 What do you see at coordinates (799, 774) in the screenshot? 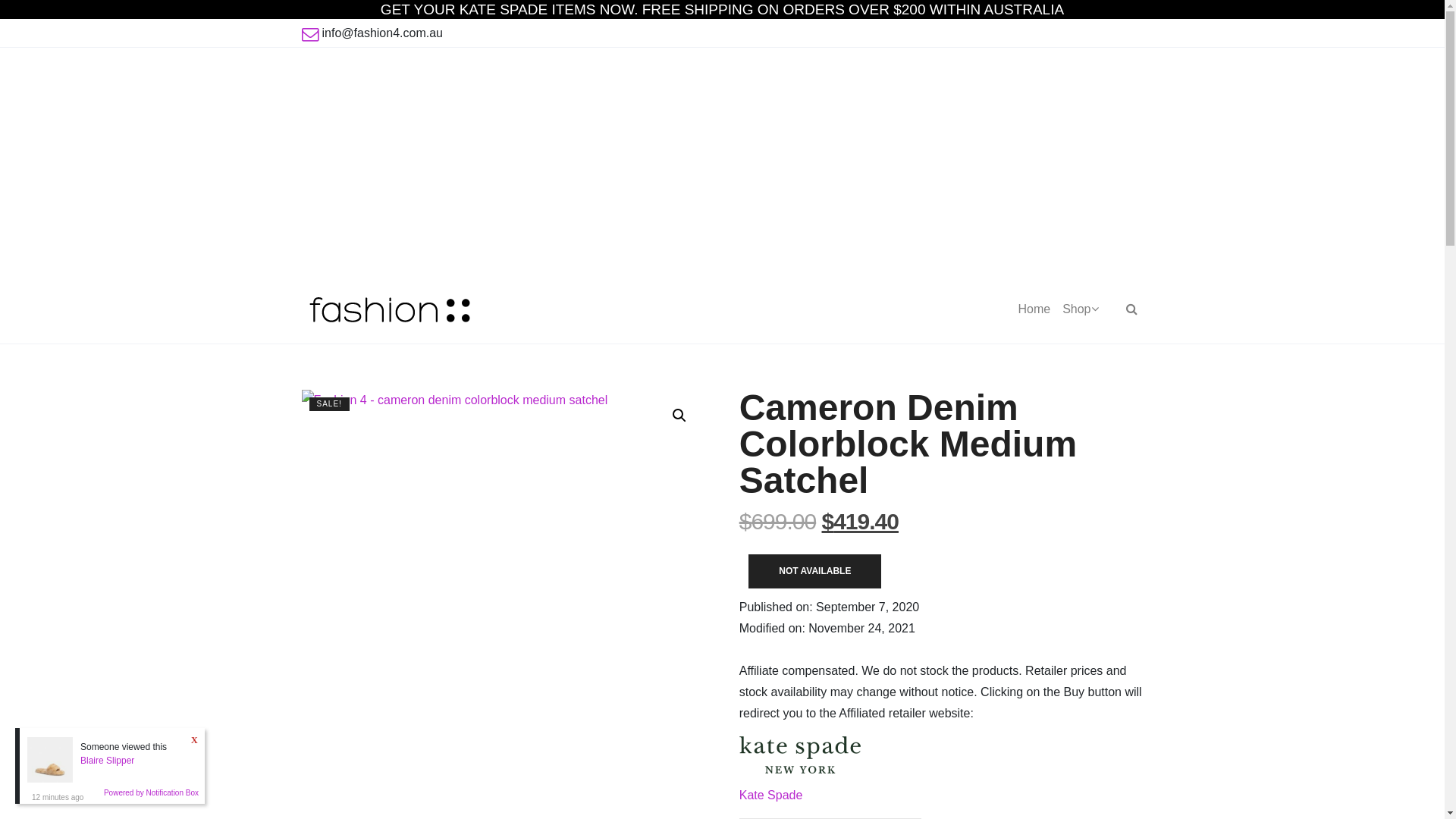
I see `'Kate Spade'` at bounding box center [799, 774].